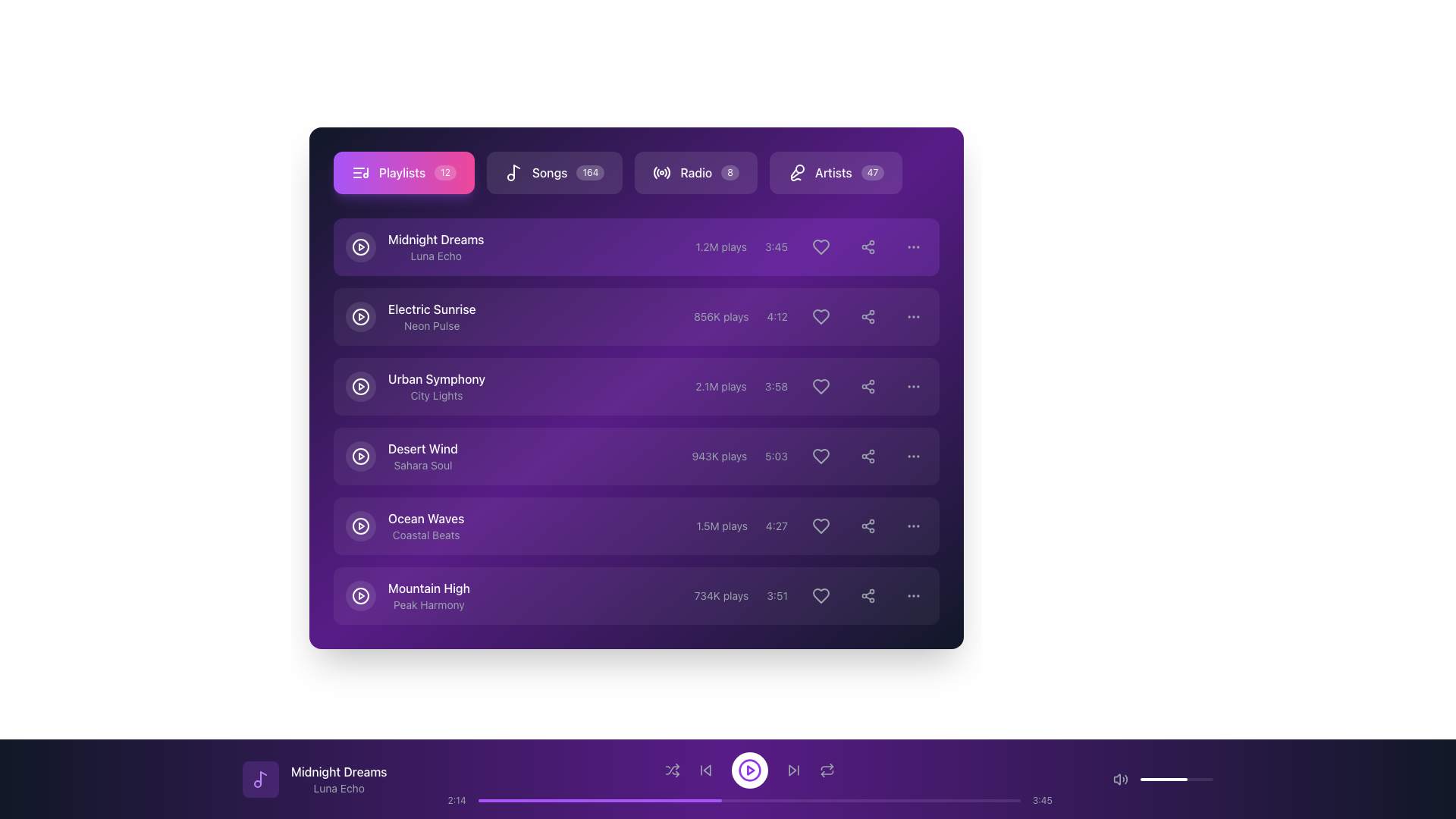 This screenshot has height=819, width=1456. What do you see at coordinates (314, 780) in the screenshot?
I see `the Text with Icon that displays the current track's title and artist information located in the bottom-left corner of the footer bar` at bounding box center [314, 780].